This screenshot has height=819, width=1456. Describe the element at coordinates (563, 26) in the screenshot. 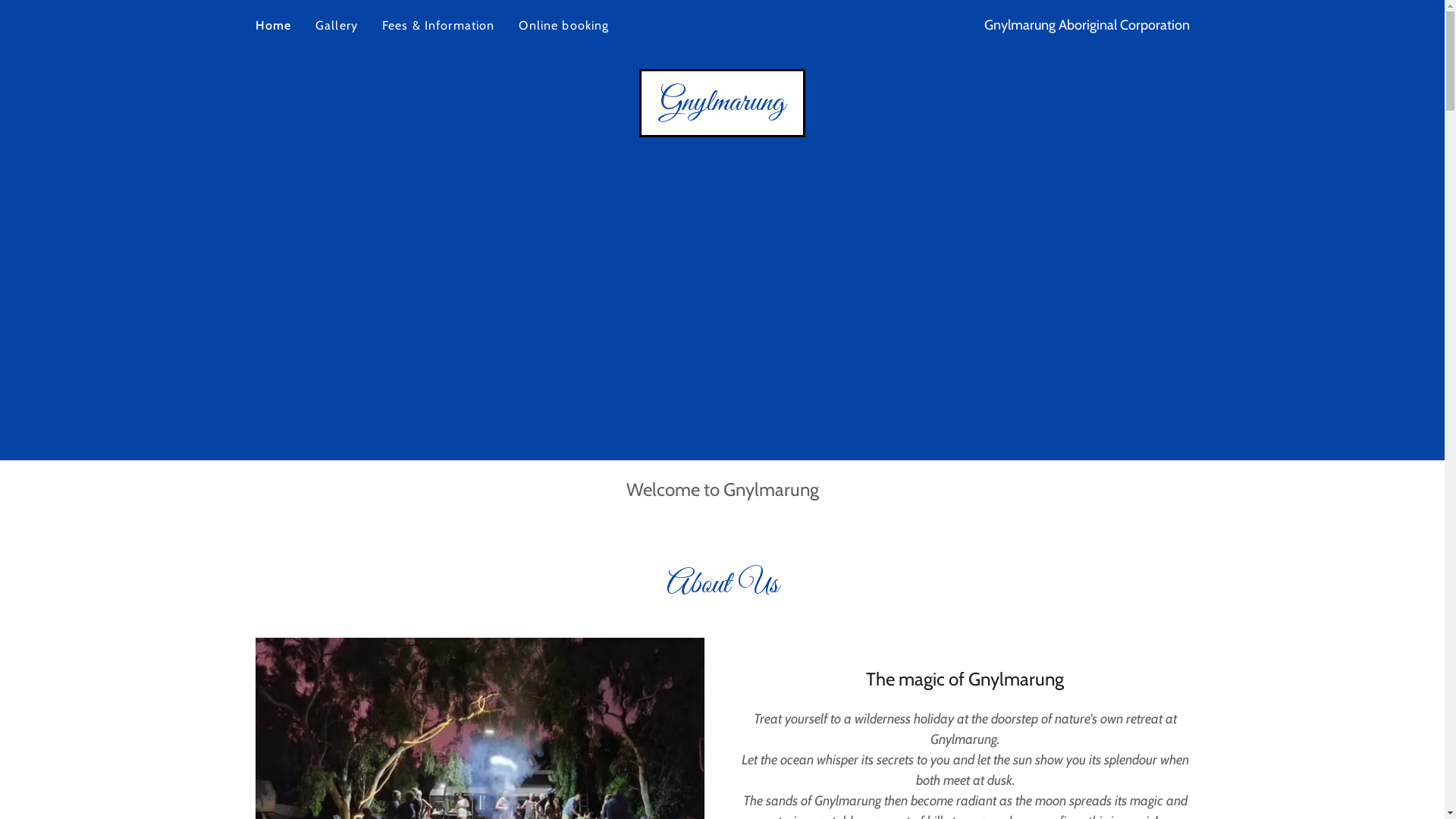

I see `'Online booking'` at that location.